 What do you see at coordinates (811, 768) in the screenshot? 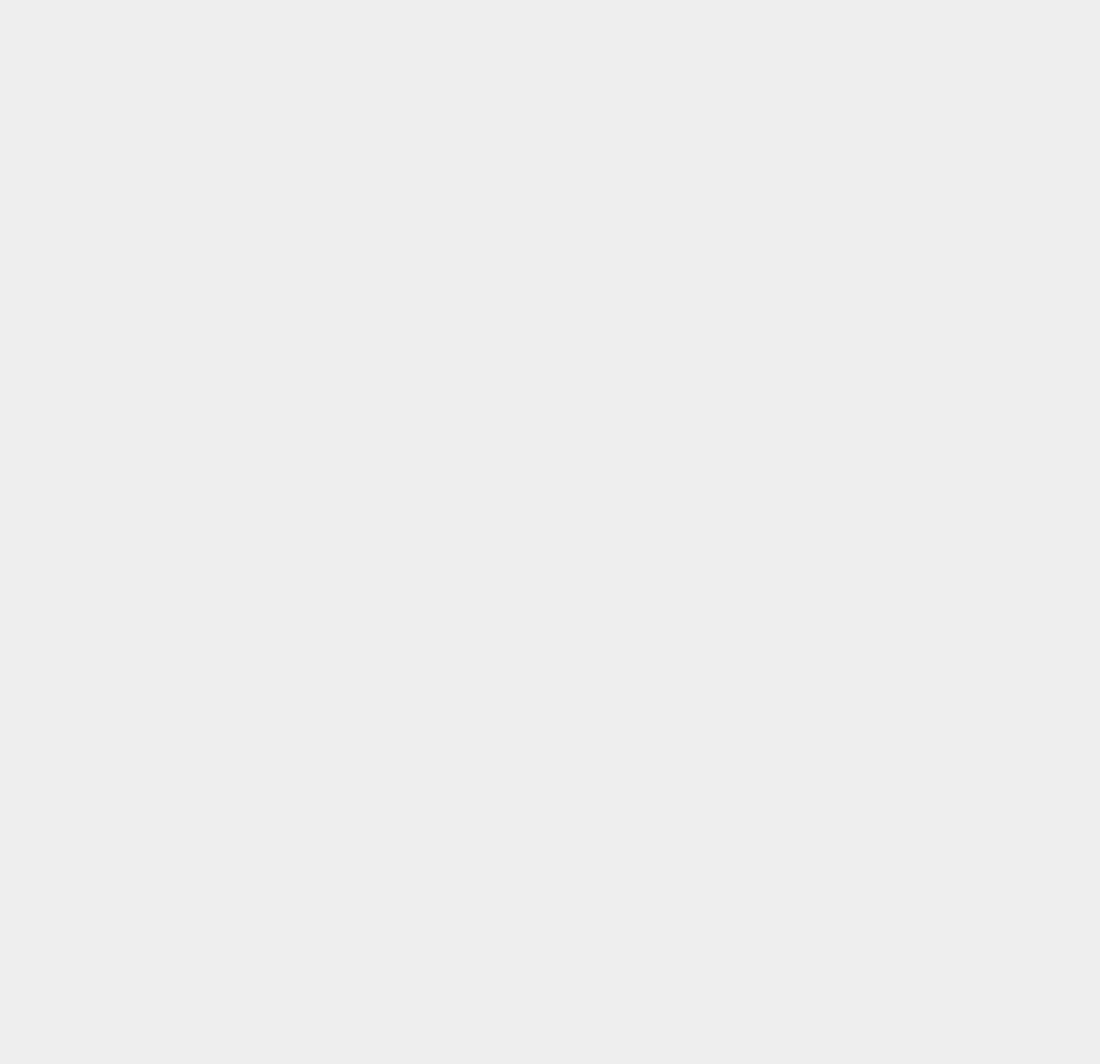
I see `'Call Center'` at bounding box center [811, 768].